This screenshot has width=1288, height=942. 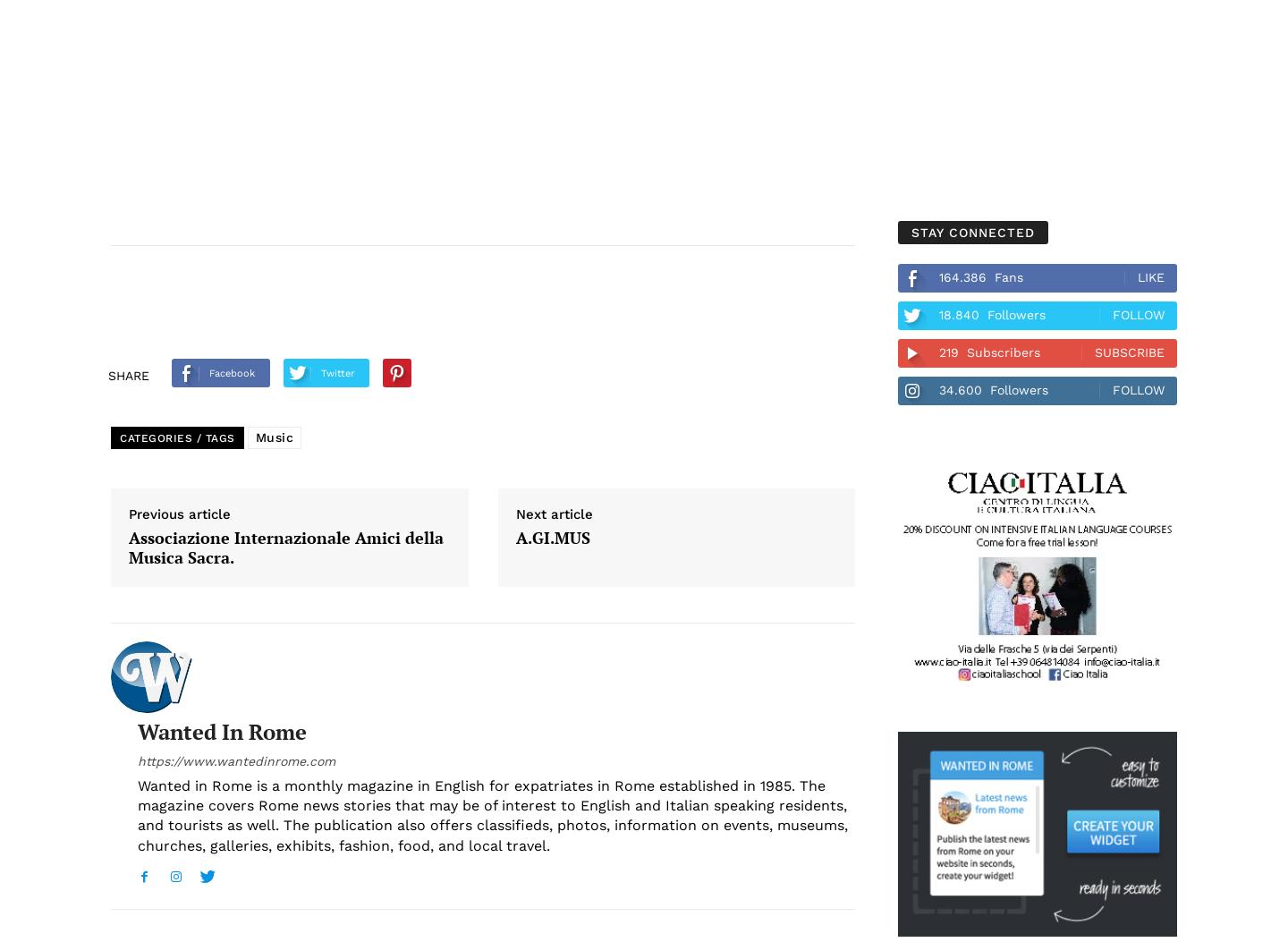 I want to click on 'Music', so click(x=253, y=437).